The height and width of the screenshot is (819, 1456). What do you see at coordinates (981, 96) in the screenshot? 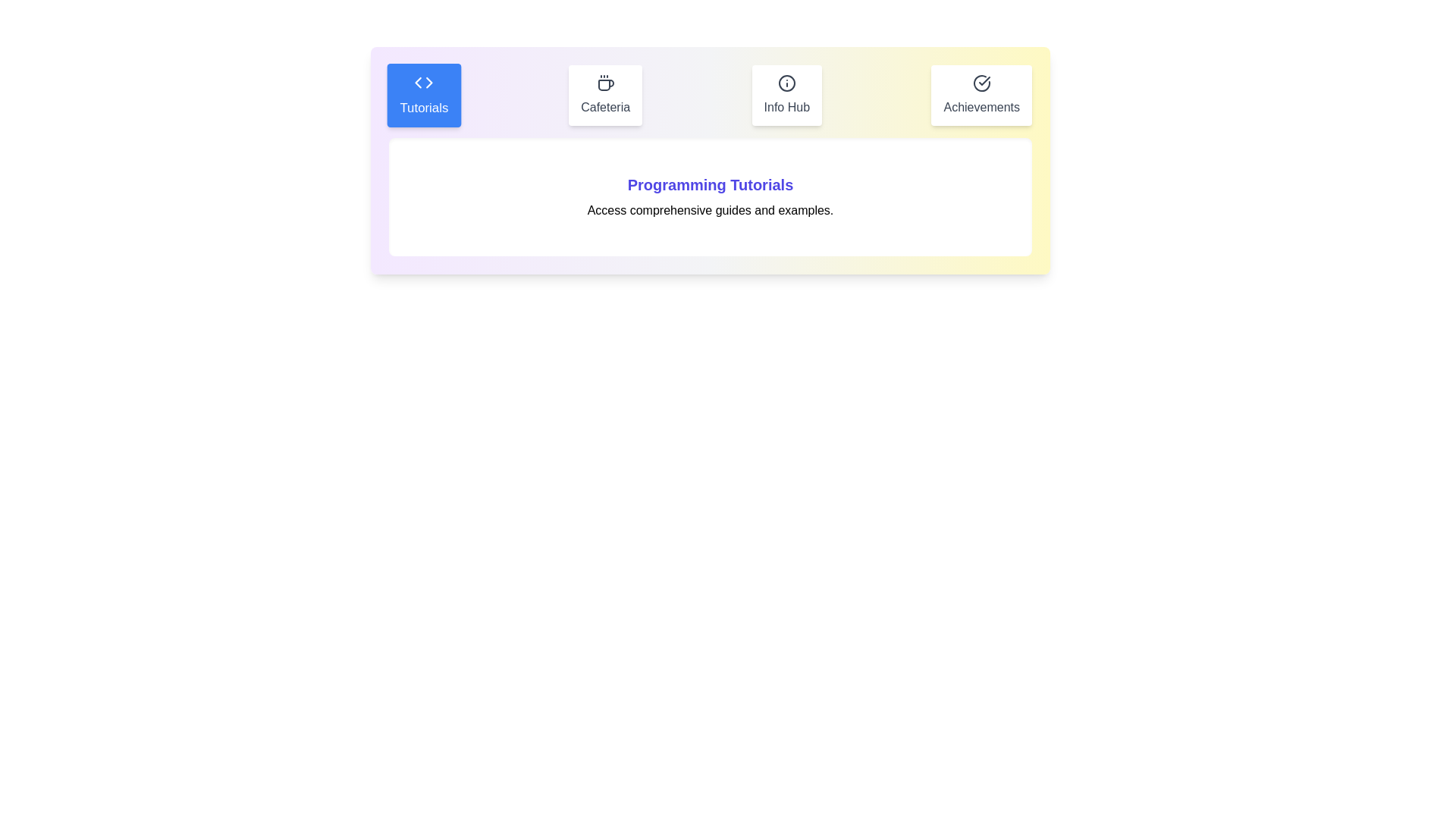
I see `the tab labeled Achievements` at bounding box center [981, 96].